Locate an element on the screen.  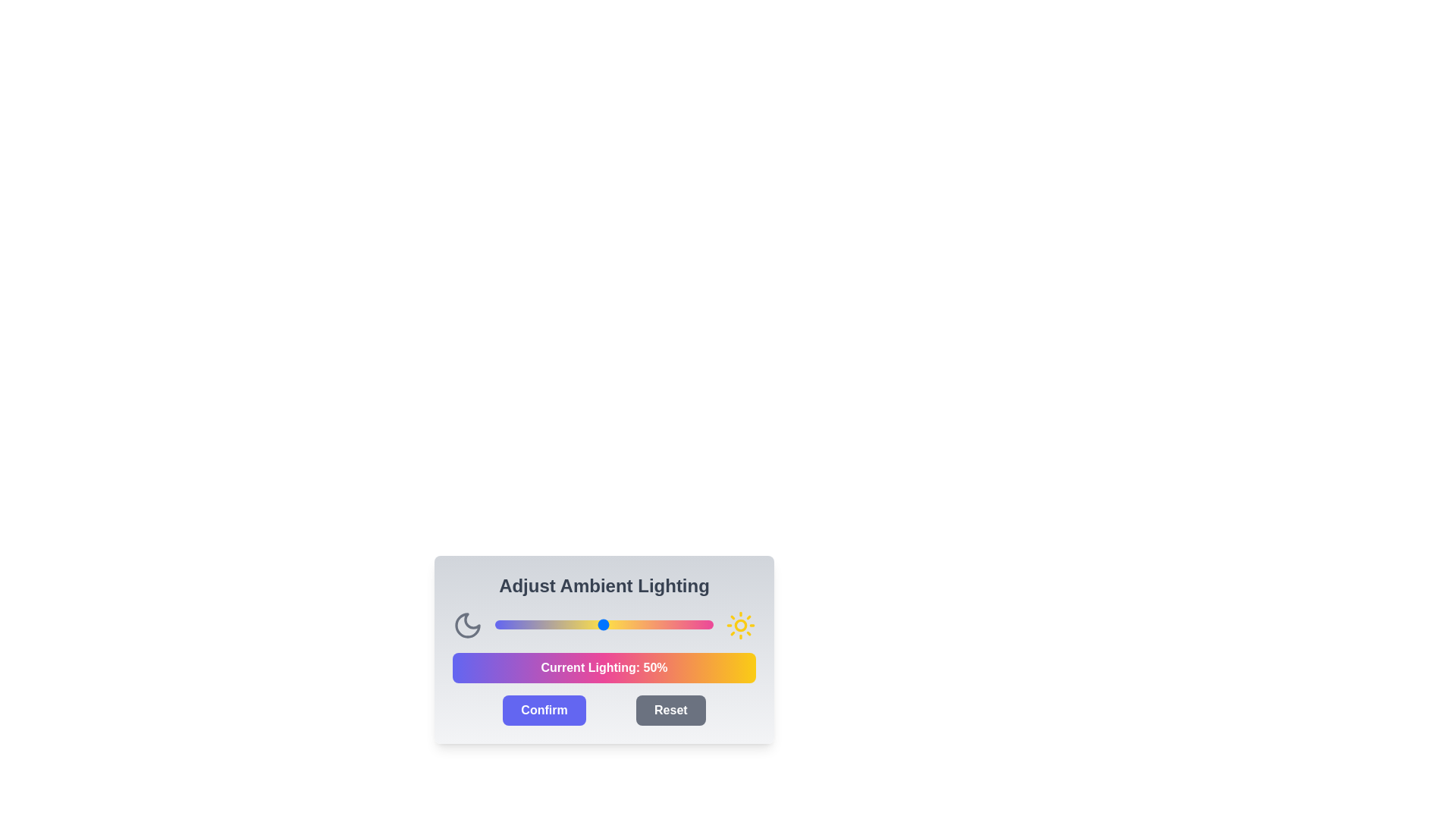
the light intensity slider to 71% is located at coordinates (650, 625).